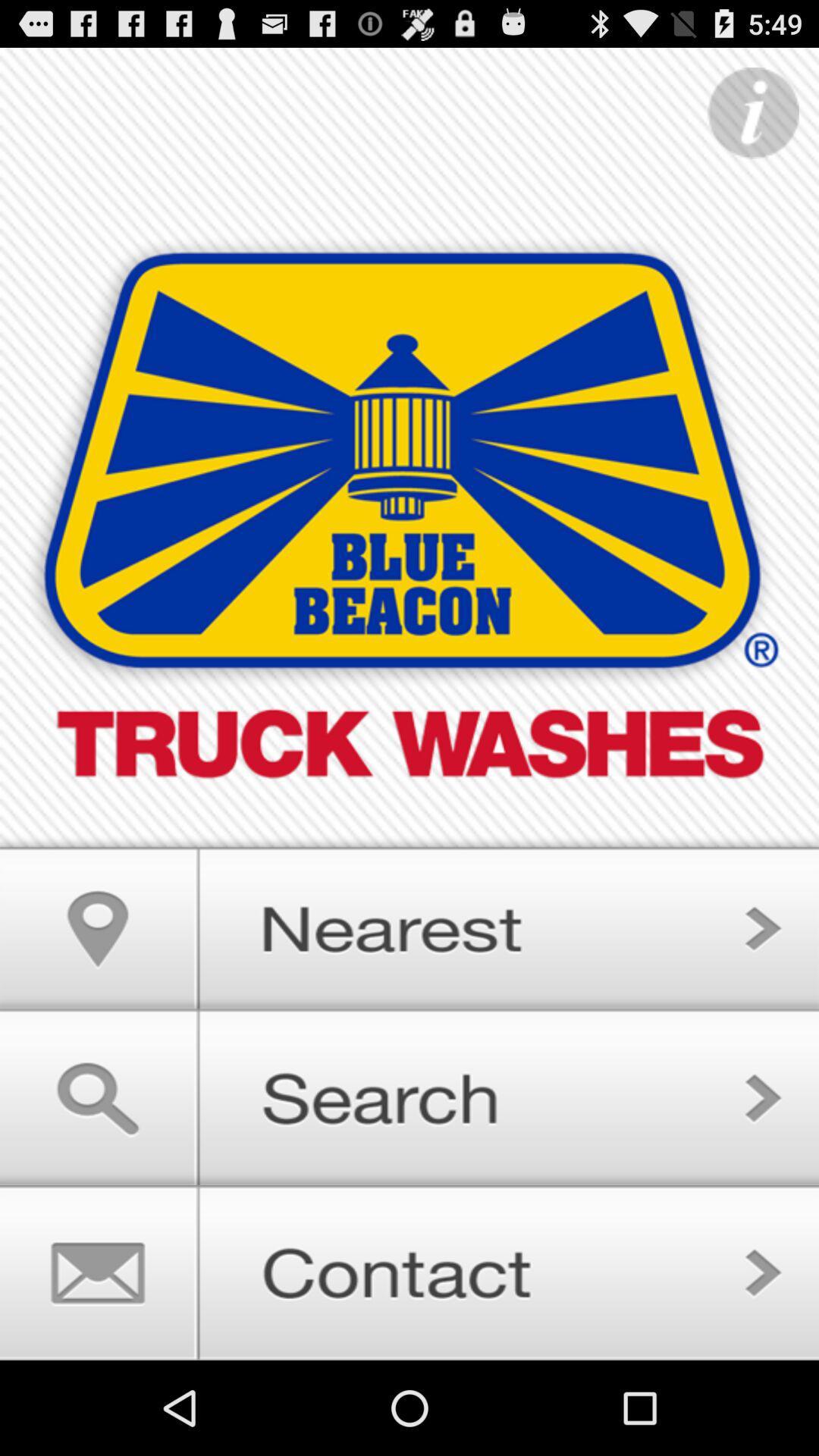 This screenshot has height=1456, width=819. I want to click on more information, so click(753, 112).